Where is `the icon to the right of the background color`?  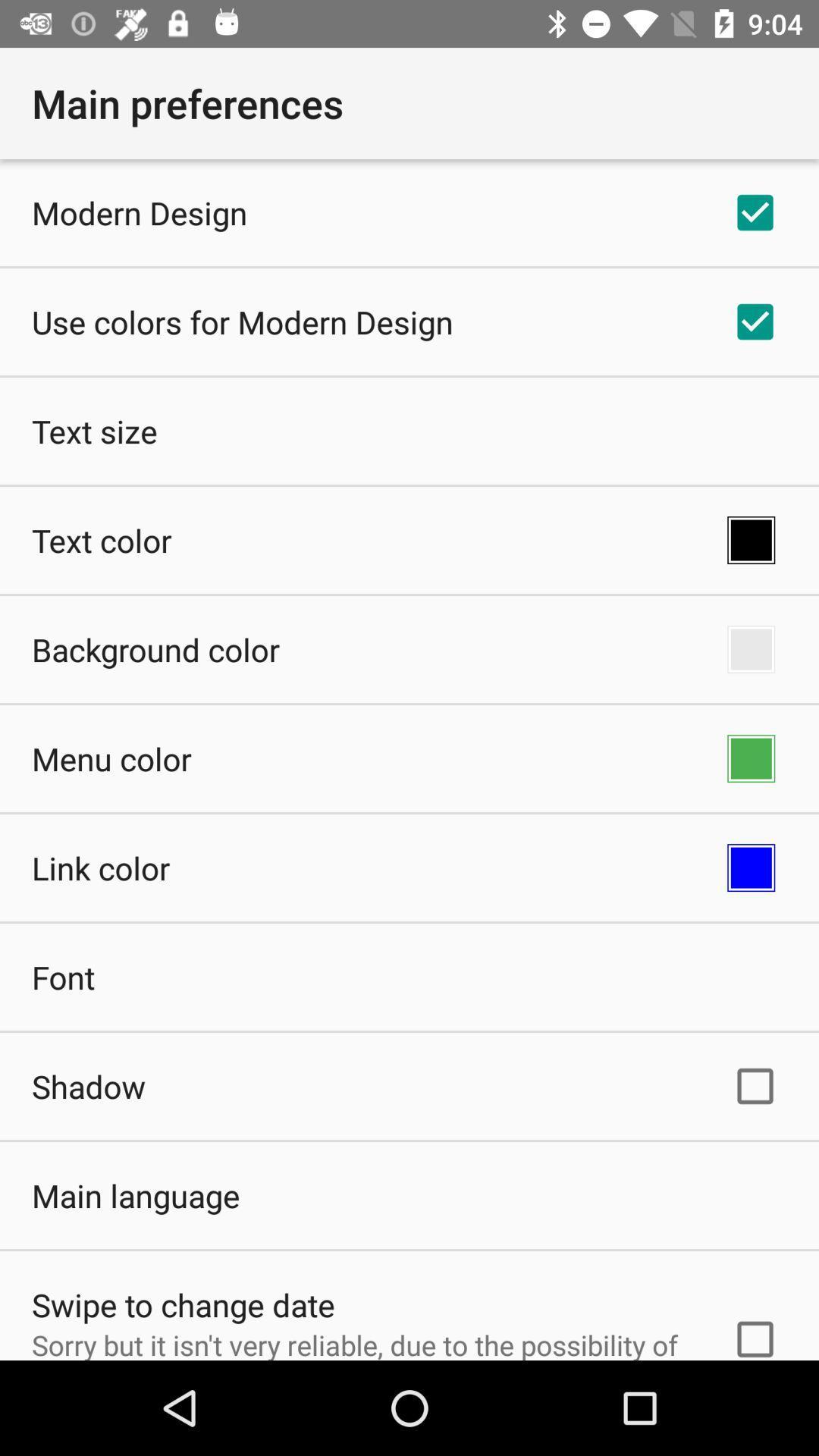
the icon to the right of the background color is located at coordinates (751, 649).